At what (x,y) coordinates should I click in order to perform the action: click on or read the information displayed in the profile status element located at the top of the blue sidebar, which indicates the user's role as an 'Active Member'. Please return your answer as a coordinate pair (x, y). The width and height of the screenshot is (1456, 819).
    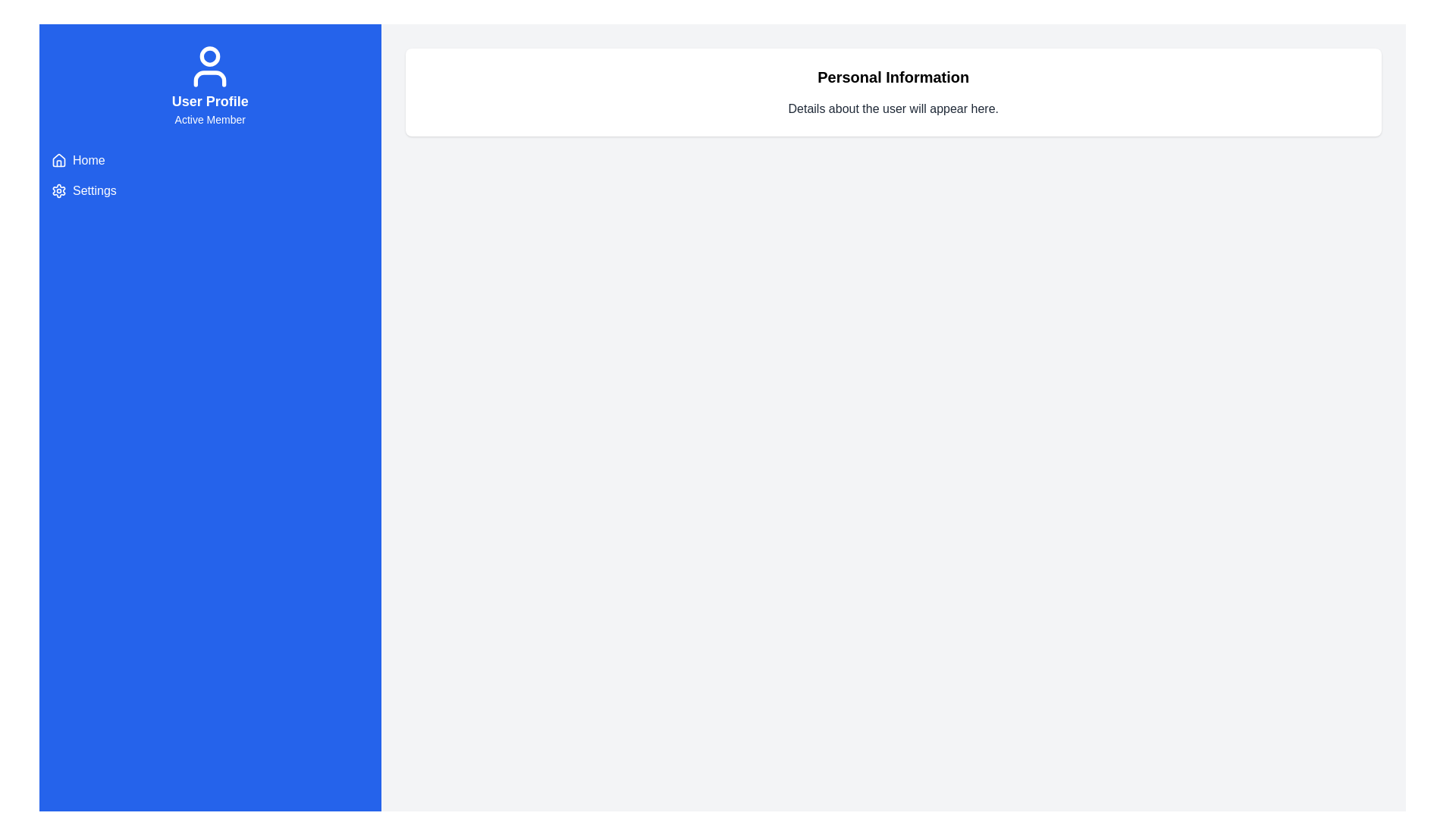
    Looking at the image, I should click on (209, 84).